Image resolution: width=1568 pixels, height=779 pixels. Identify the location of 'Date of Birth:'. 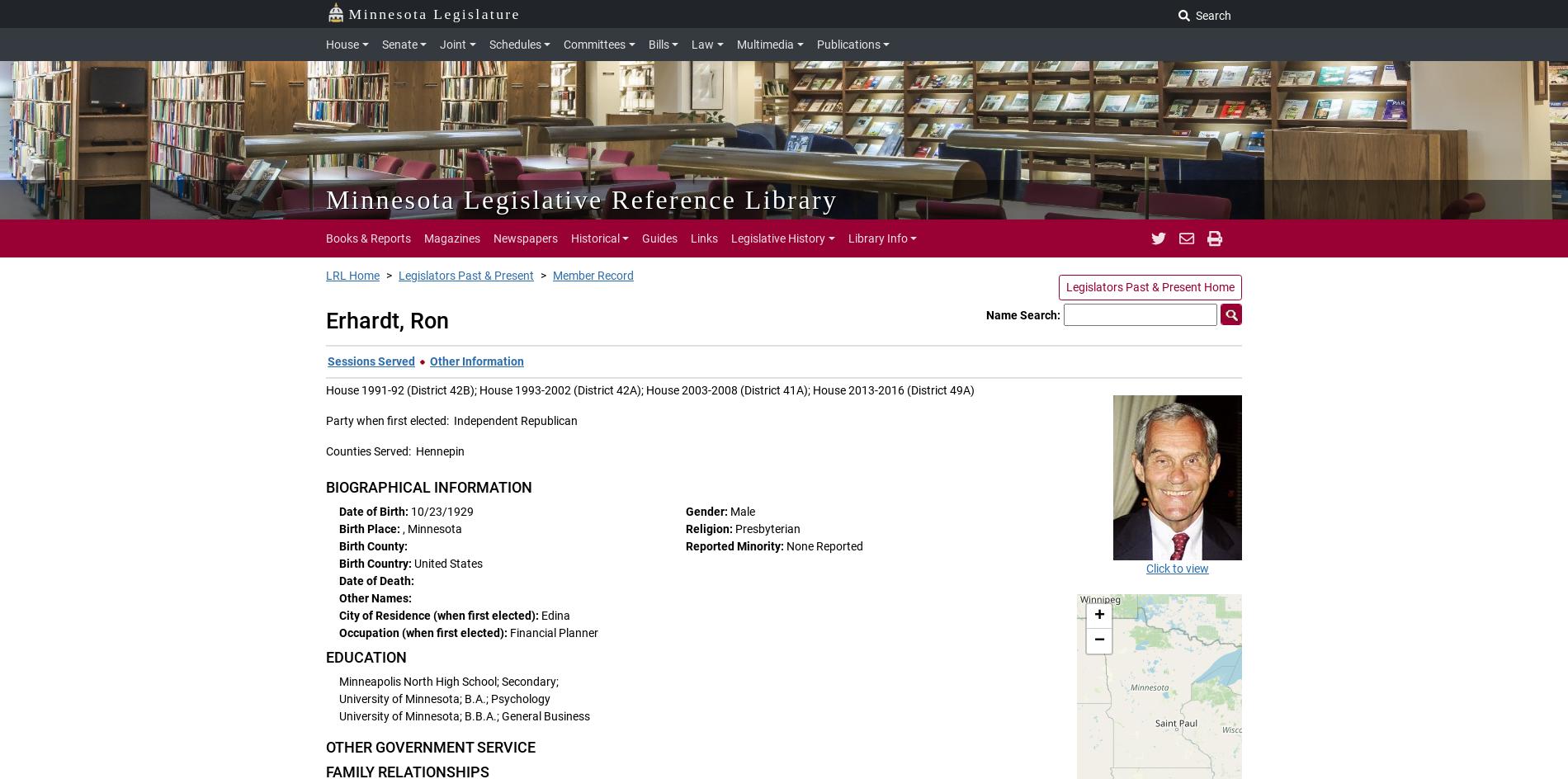
(374, 512).